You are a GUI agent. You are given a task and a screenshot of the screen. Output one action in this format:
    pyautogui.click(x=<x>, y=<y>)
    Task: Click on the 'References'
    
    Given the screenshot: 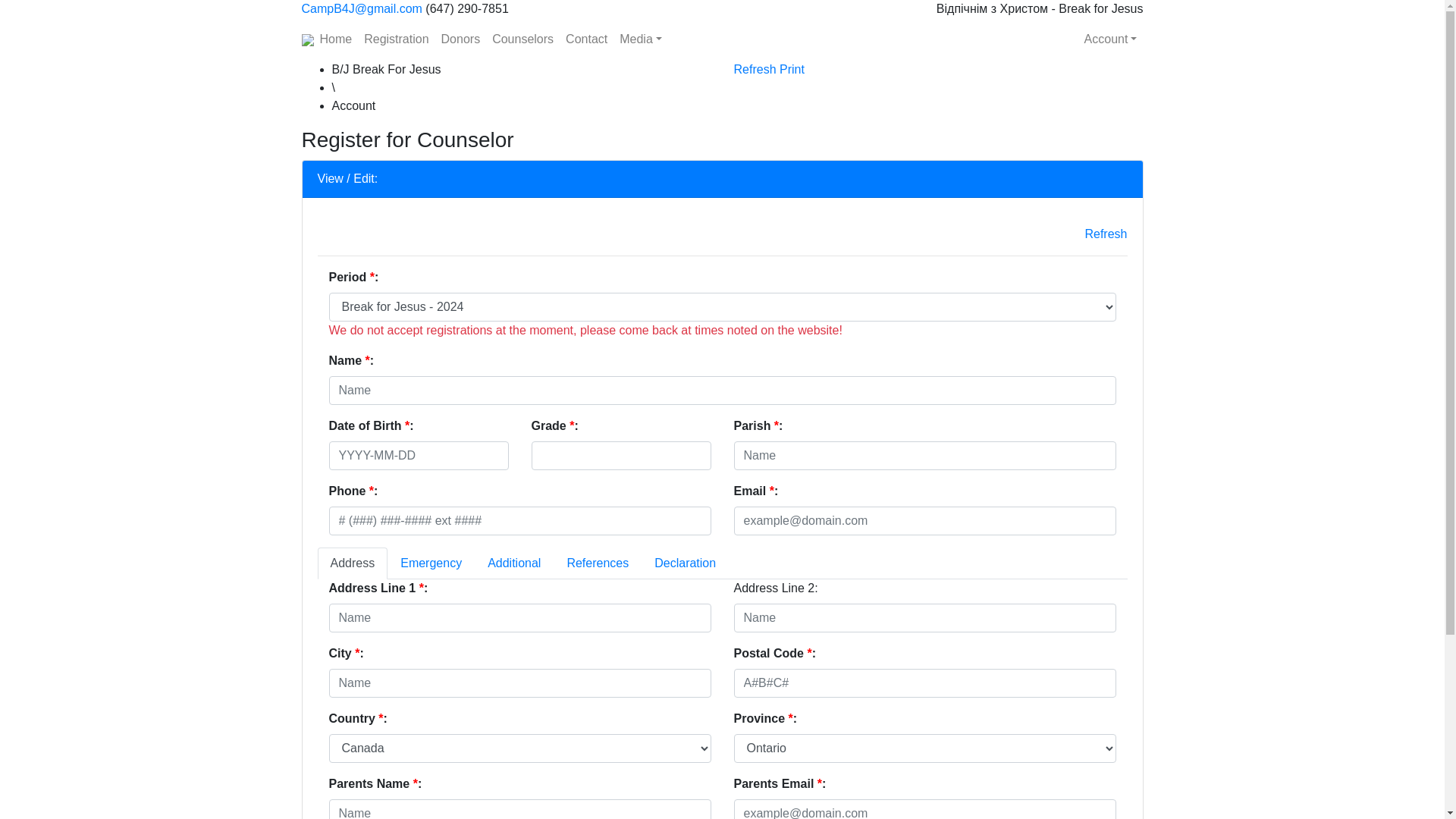 What is the action you would take?
    pyautogui.click(x=596, y=563)
    